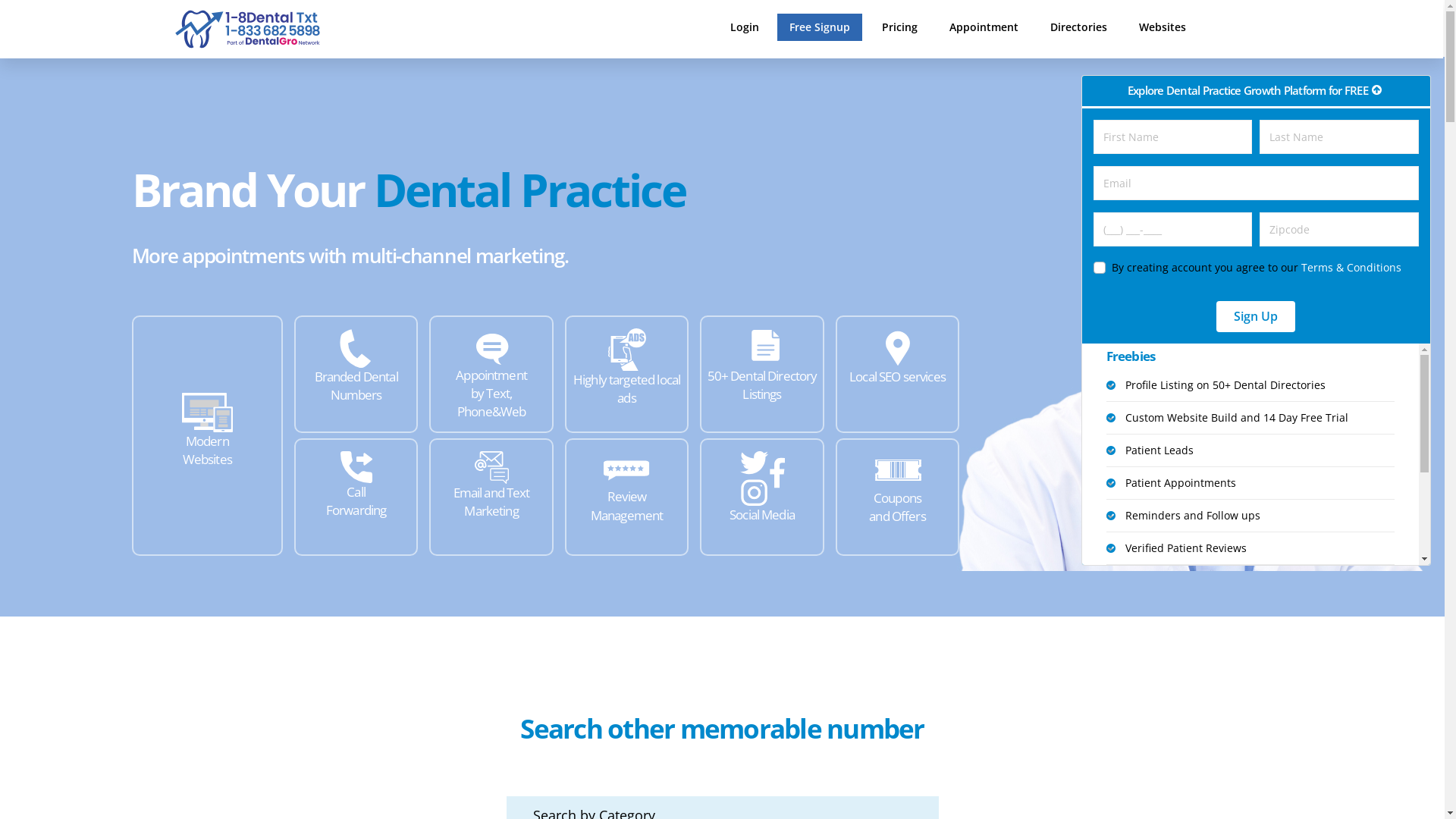 The width and height of the screenshot is (1456, 819). Describe the element at coordinates (1078, 27) in the screenshot. I see `'Directories'` at that location.